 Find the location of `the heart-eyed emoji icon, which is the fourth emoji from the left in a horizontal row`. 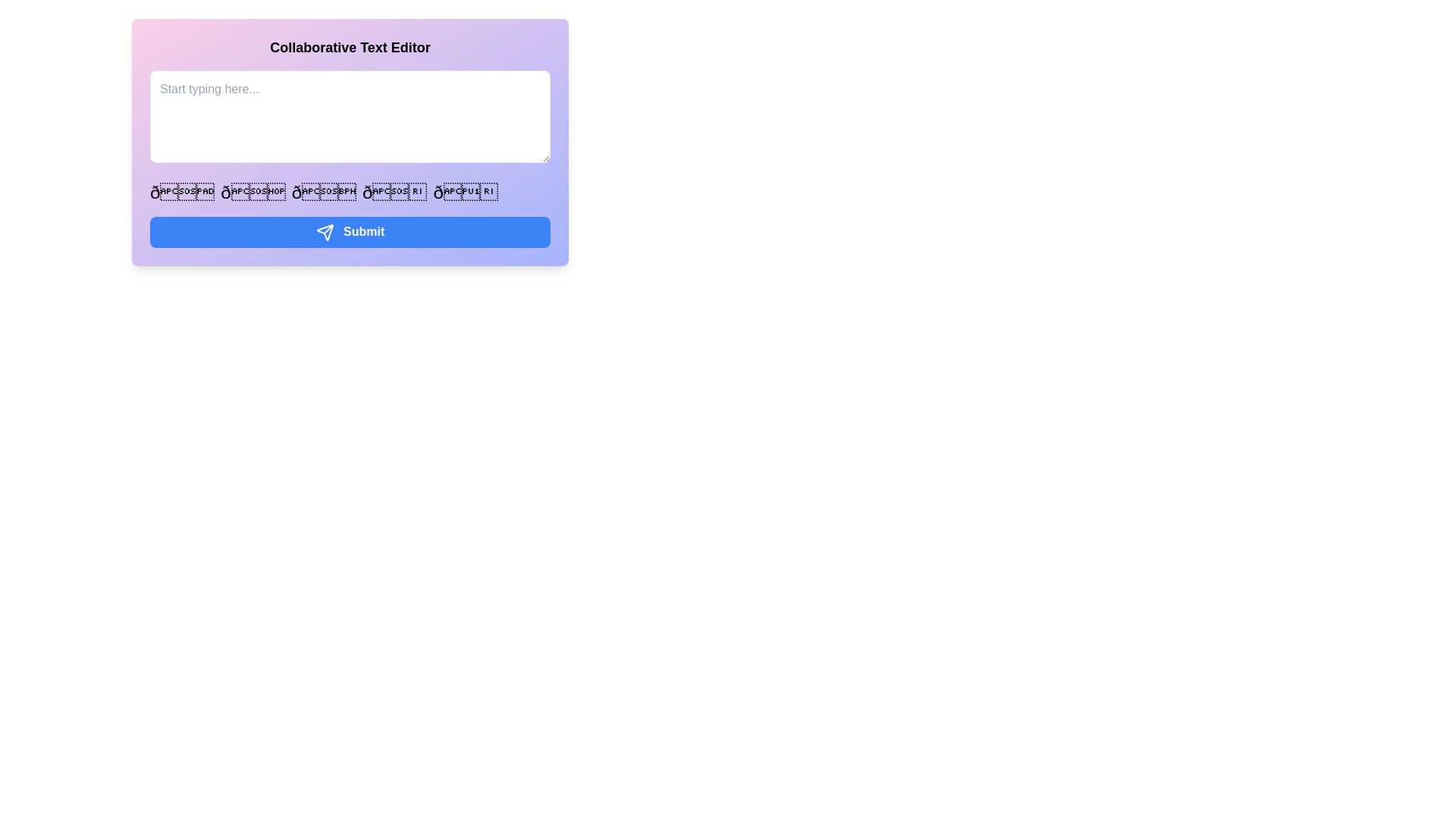

the heart-eyed emoji icon, which is the fourth emoji from the left in a horizontal row is located at coordinates (394, 192).